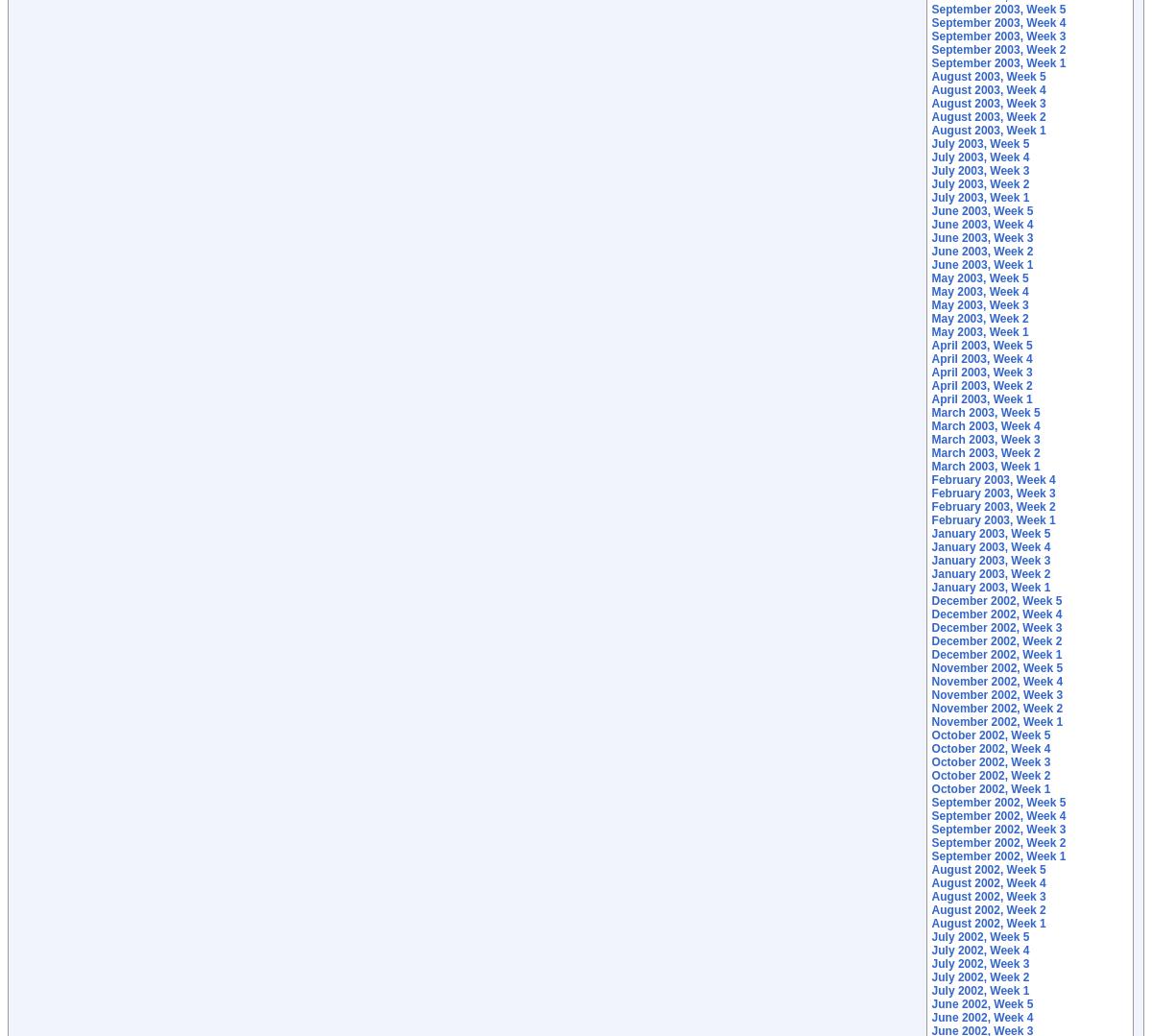 The image size is (1152, 1036). I want to click on 'January 2003, Week 1', so click(991, 588).